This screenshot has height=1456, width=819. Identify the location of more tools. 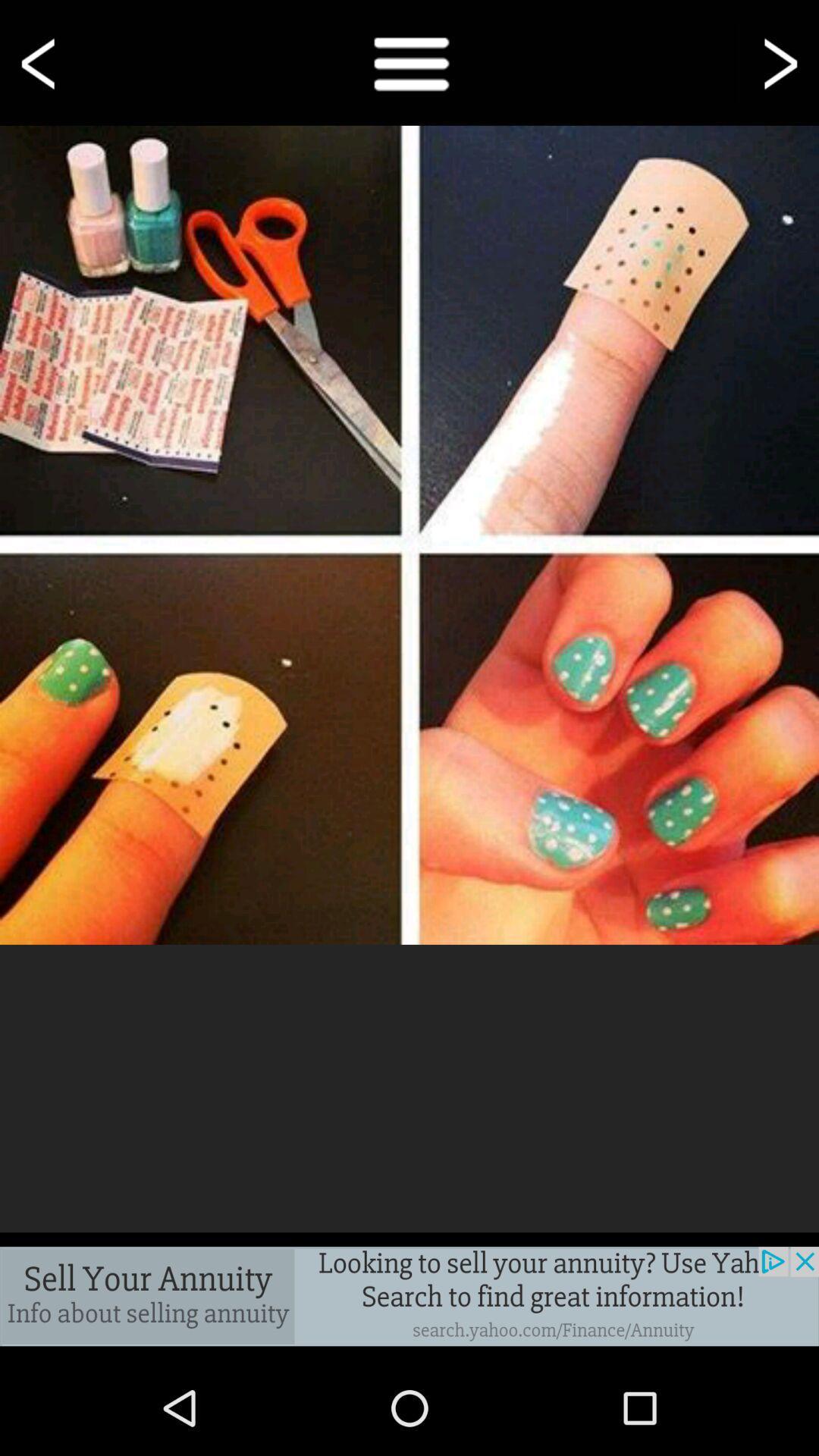
(409, 61).